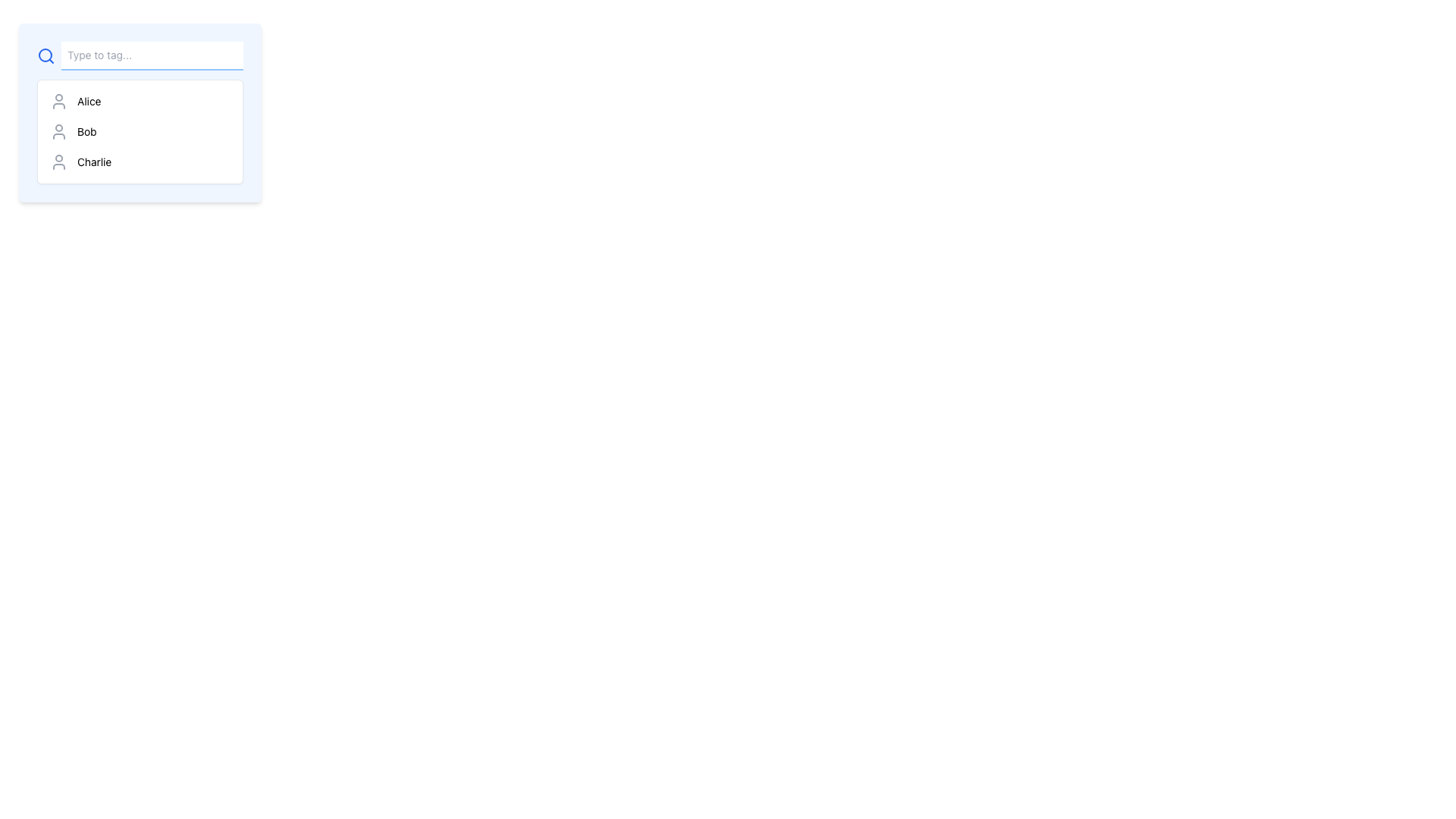 The height and width of the screenshot is (819, 1456). Describe the element at coordinates (86, 130) in the screenshot. I see `the text label displaying the name 'Bob', which is located to the right of a user icon in the dropdown list below the tag search bar` at that location.